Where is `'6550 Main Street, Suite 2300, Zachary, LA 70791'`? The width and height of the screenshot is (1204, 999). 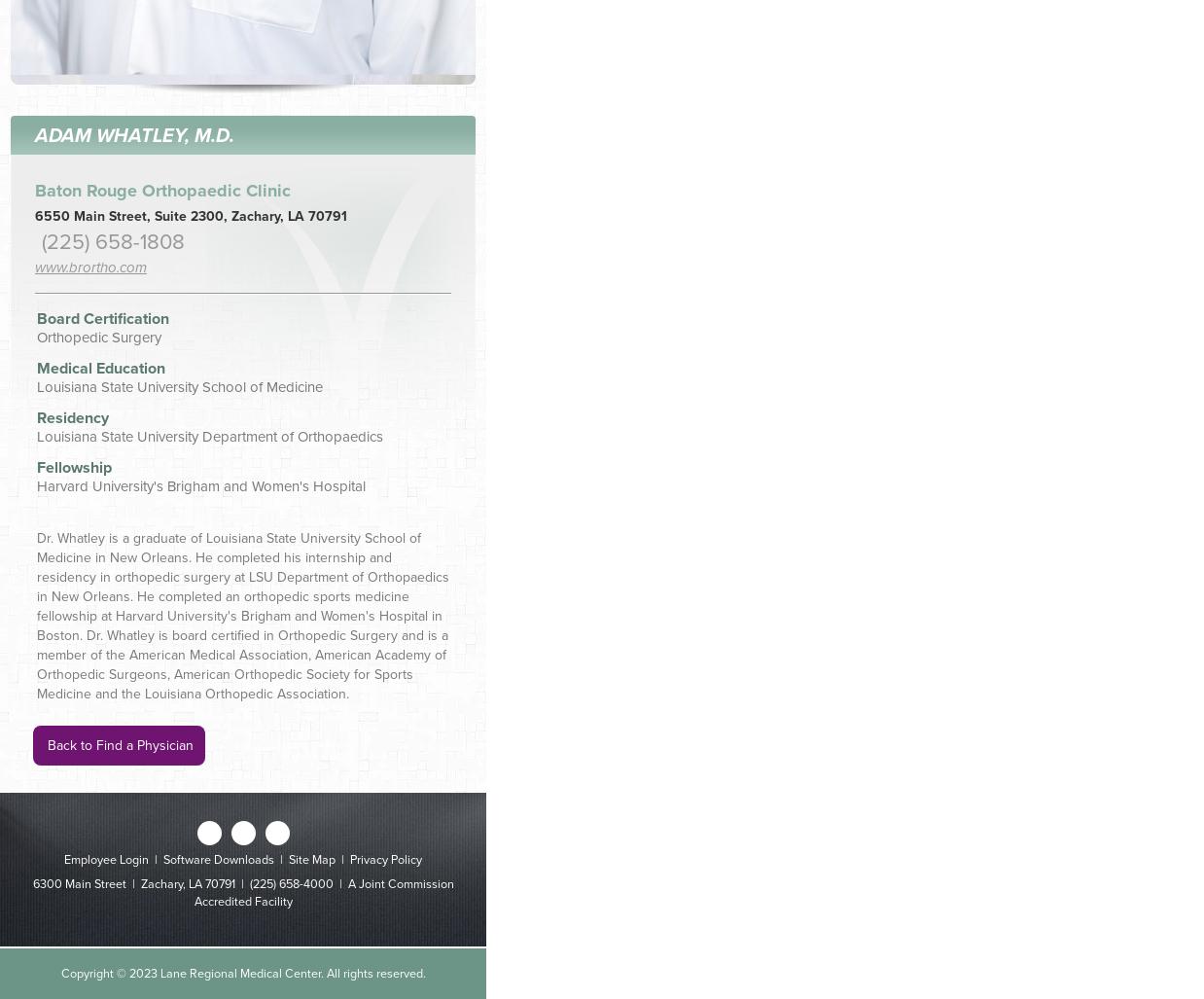
'6550 Main Street, Suite 2300, Zachary, LA 70791' is located at coordinates (191, 214).